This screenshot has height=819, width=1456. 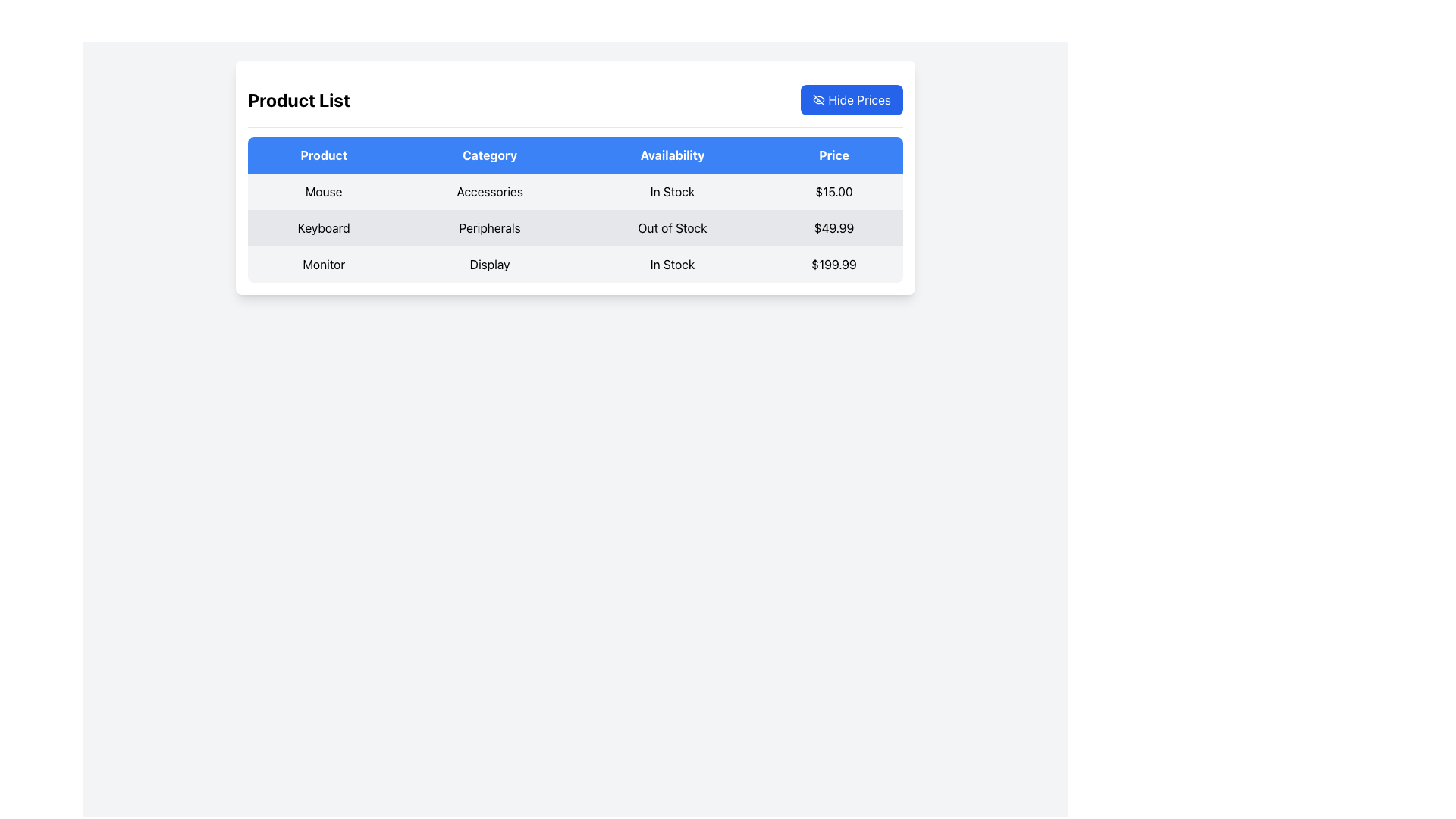 I want to click on text content of the Text Label element displaying 'Mouse', which is located in the leftmost column of the first row in a table, so click(x=323, y=191).